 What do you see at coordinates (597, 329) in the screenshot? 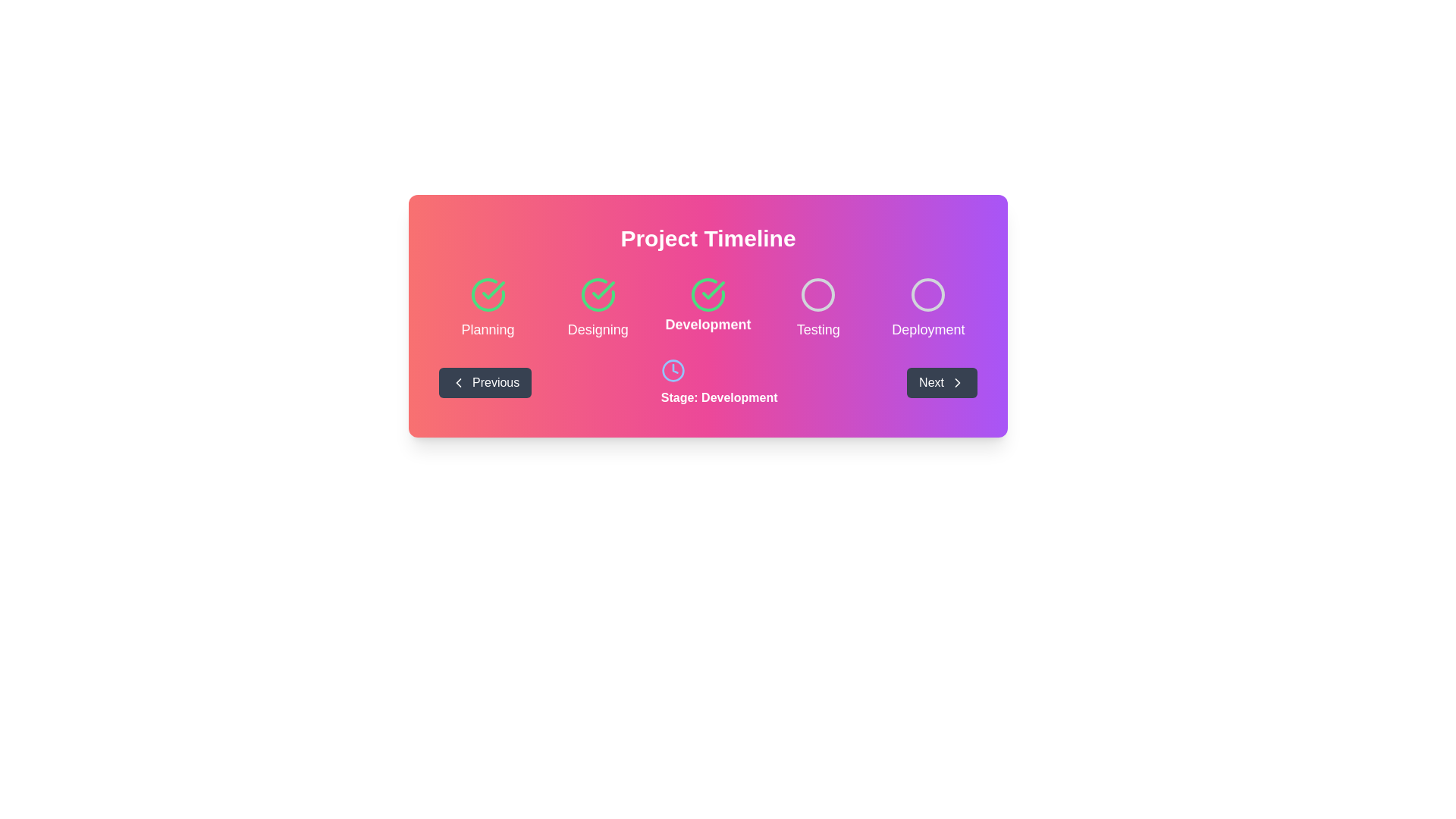
I see `the text label displaying 'Designing', which is styled in a light color over a gradient background and located below the check mark icon, indicating the completed task in the 'Designing' stage of the project timeline` at bounding box center [597, 329].